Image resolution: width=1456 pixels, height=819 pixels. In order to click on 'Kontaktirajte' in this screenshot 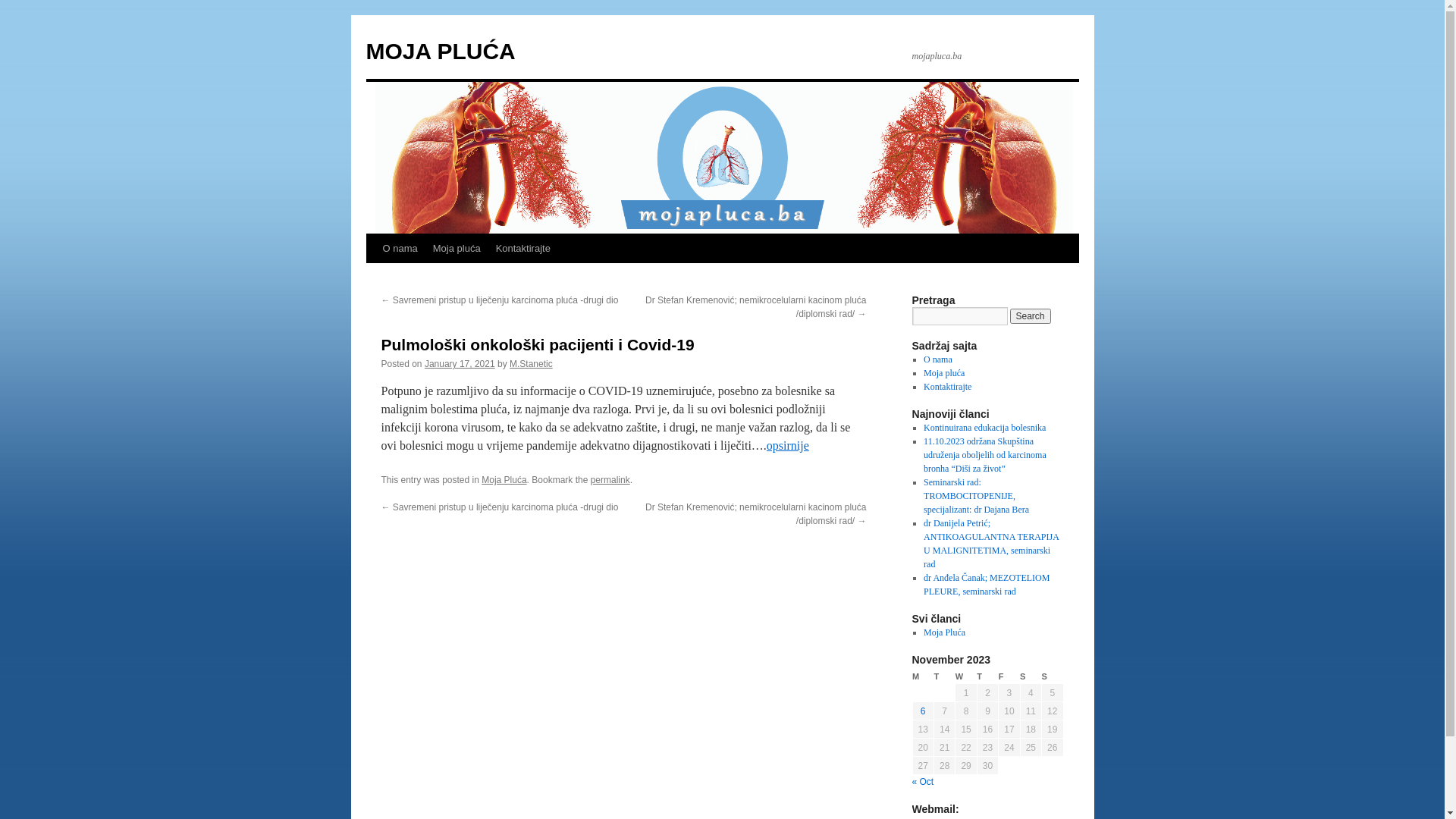, I will do `click(523, 247)`.